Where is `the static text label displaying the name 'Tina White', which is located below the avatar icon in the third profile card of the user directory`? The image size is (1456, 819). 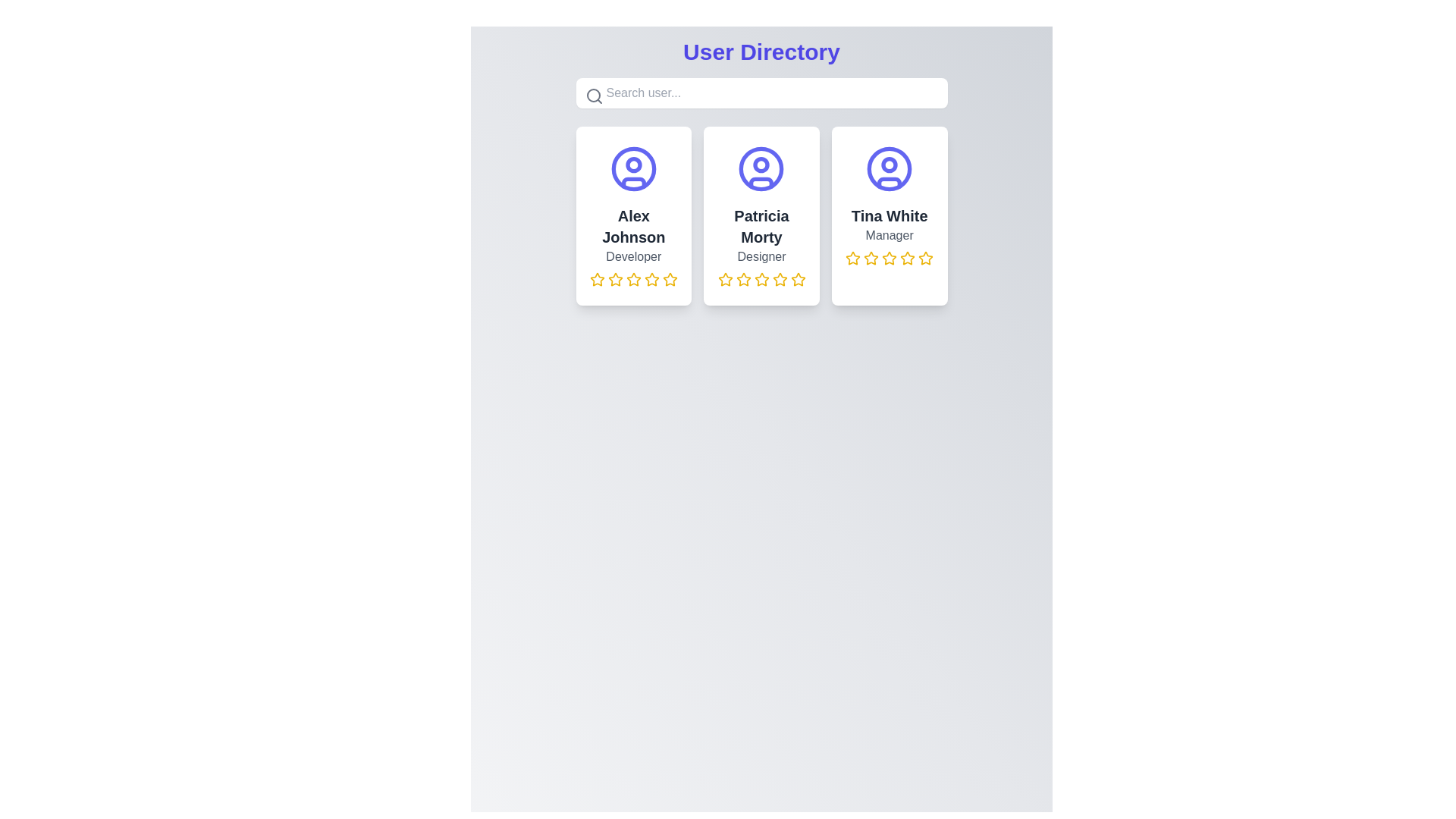 the static text label displaying the name 'Tina White', which is located below the avatar icon in the third profile card of the user directory is located at coordinates (890, 216).